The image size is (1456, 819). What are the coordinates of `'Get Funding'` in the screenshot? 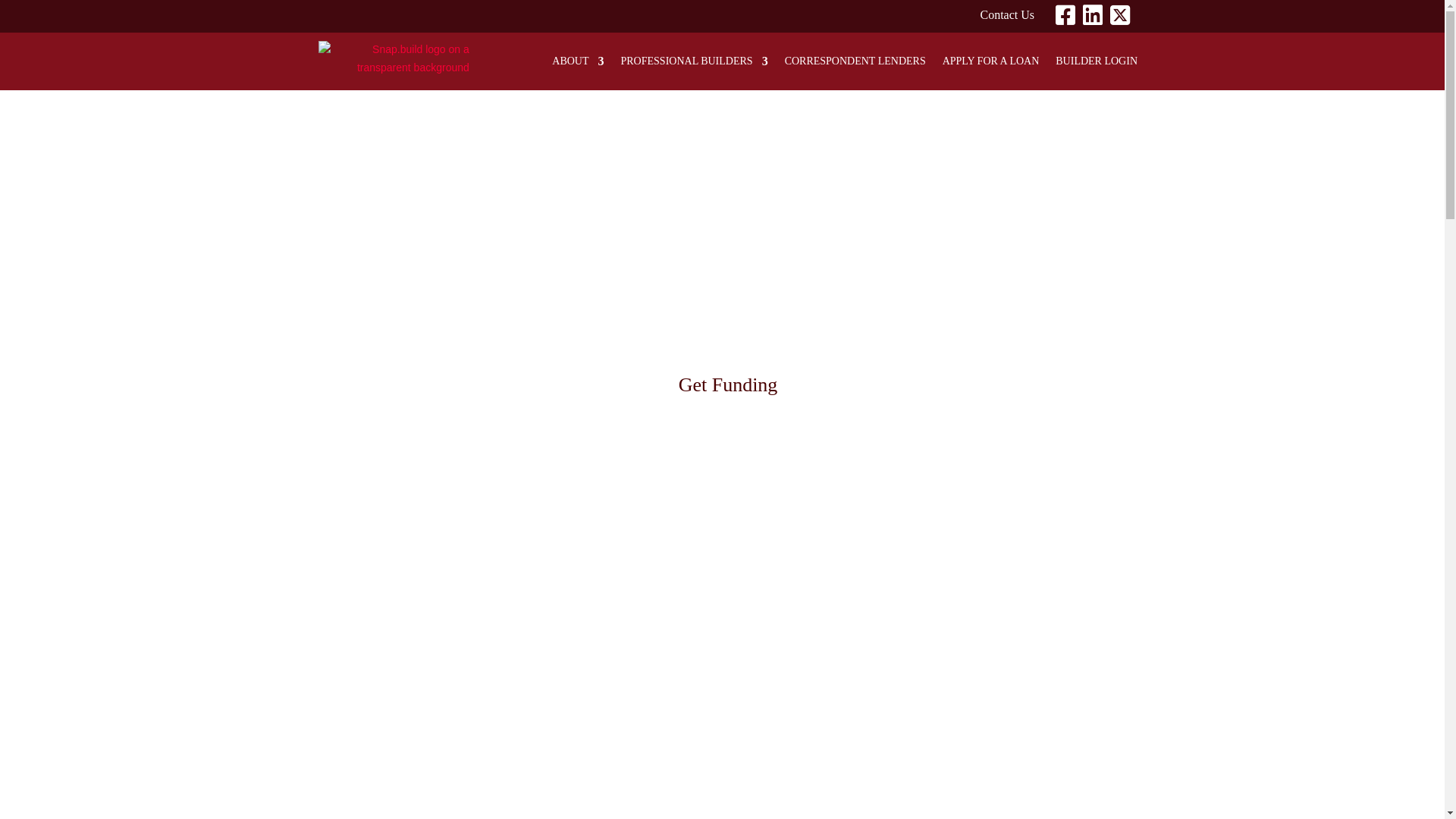 It's located at (728, 384).